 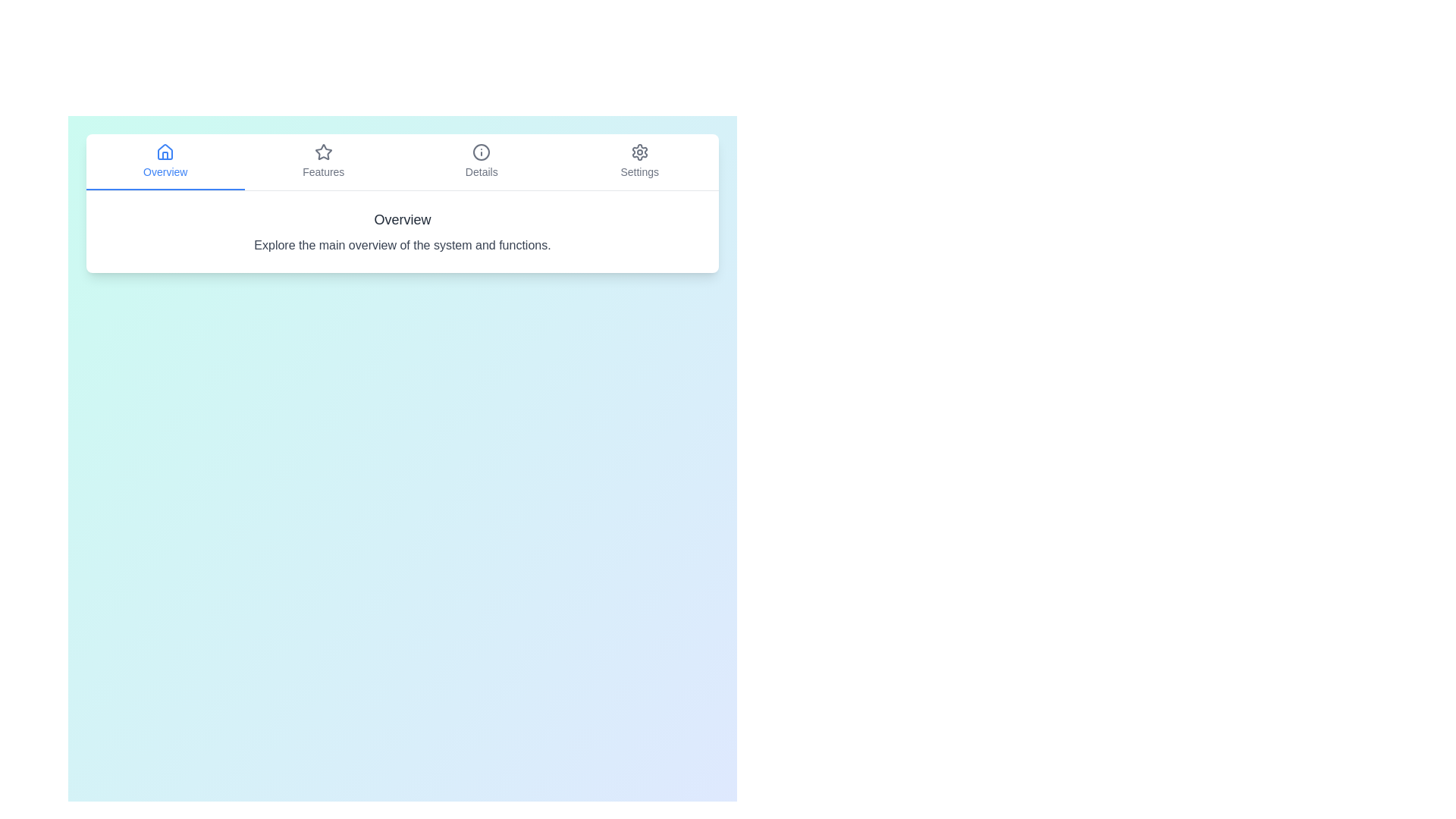 What do you see at coordinates (165, 162) in the screenshot?
I see `the tab labeled Overview` at bounding box center [165, 162].